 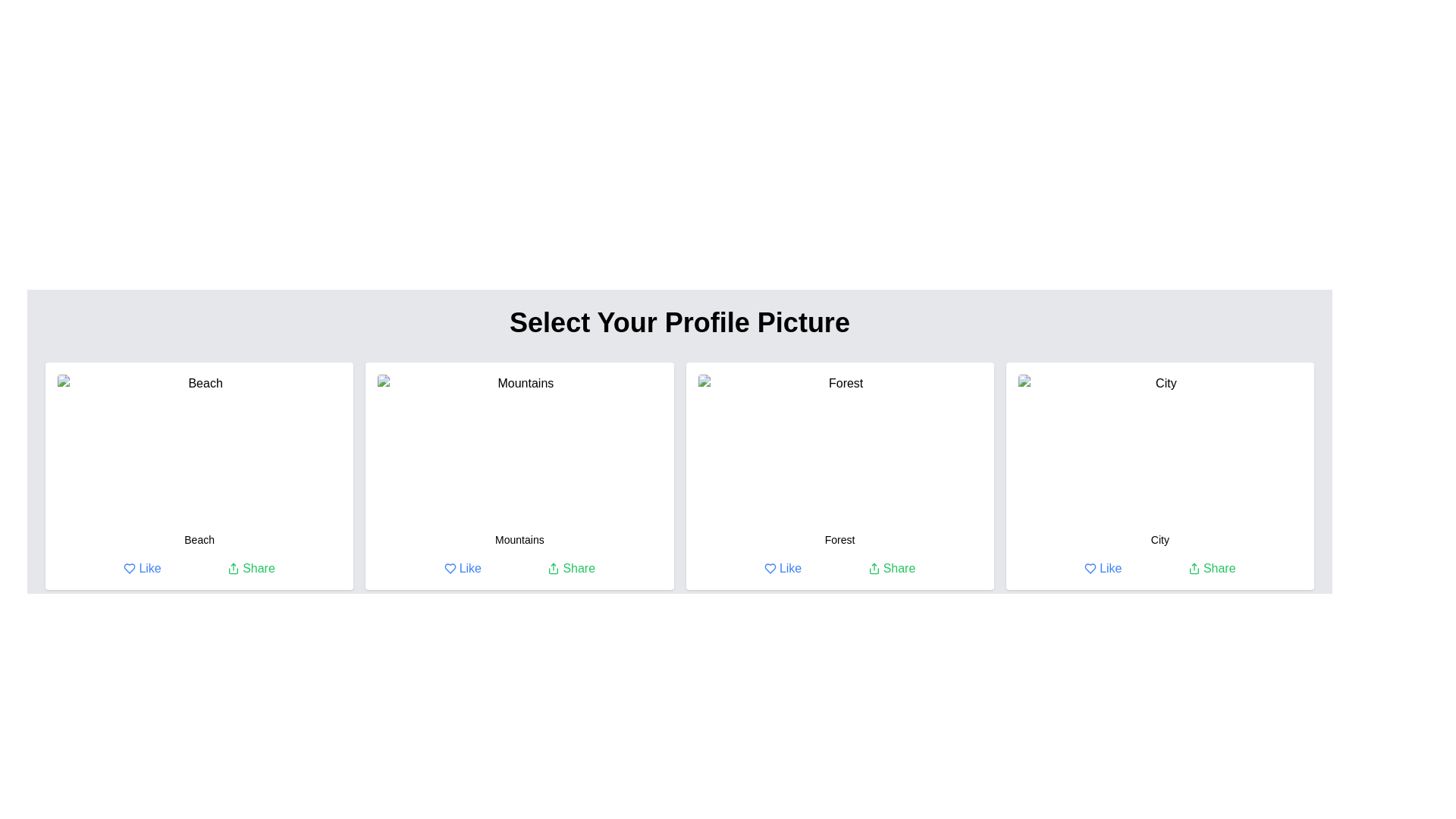 What do you see at coordinates (251, 568) in the screenshot?
I see `the share button located to the right of the 'Like' button for the item labeled 'Beach' to share the associated content` at bounding box center [251, 568].